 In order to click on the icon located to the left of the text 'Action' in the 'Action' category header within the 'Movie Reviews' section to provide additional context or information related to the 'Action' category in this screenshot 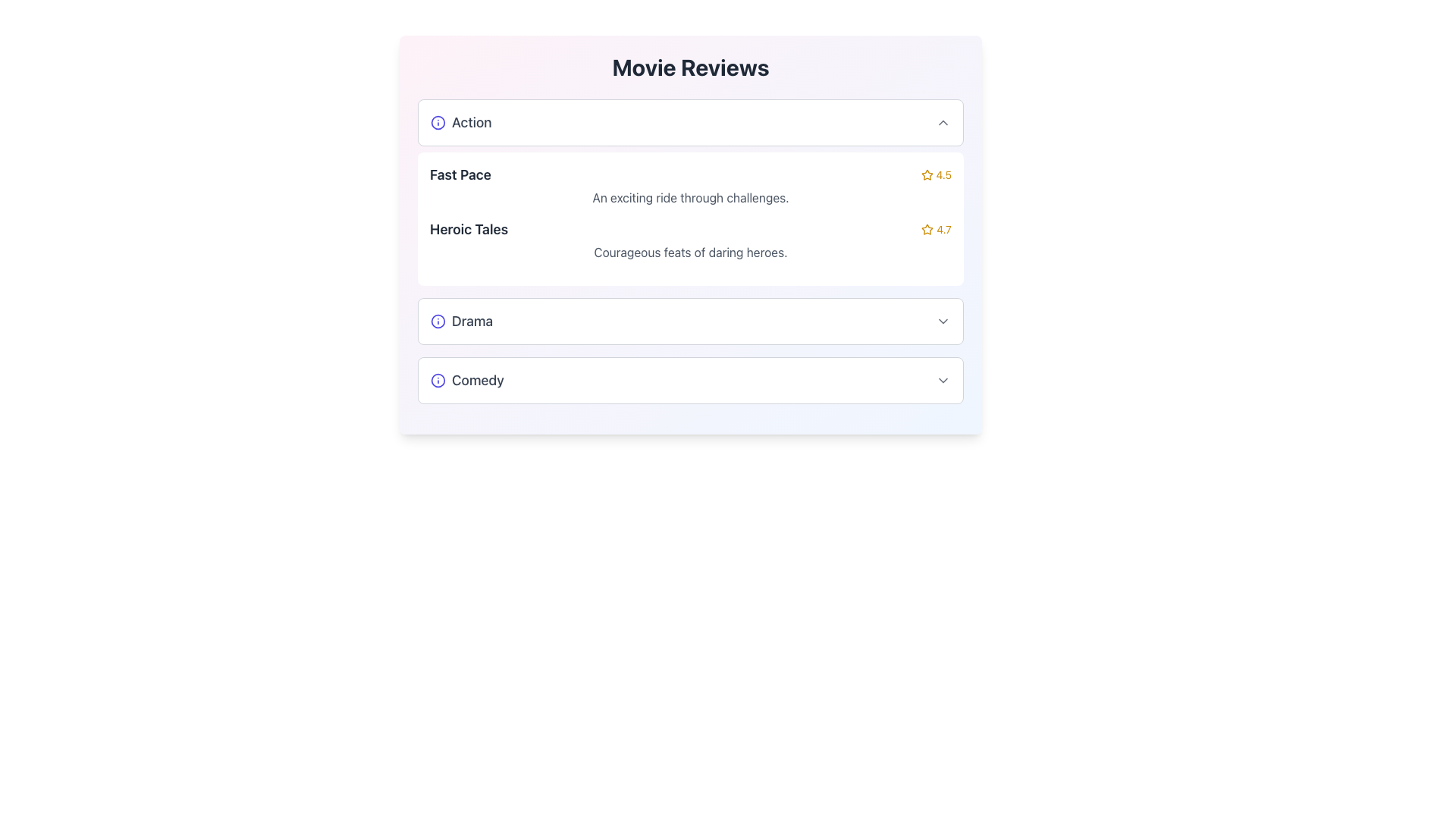, I will do `click(437, 122)`.